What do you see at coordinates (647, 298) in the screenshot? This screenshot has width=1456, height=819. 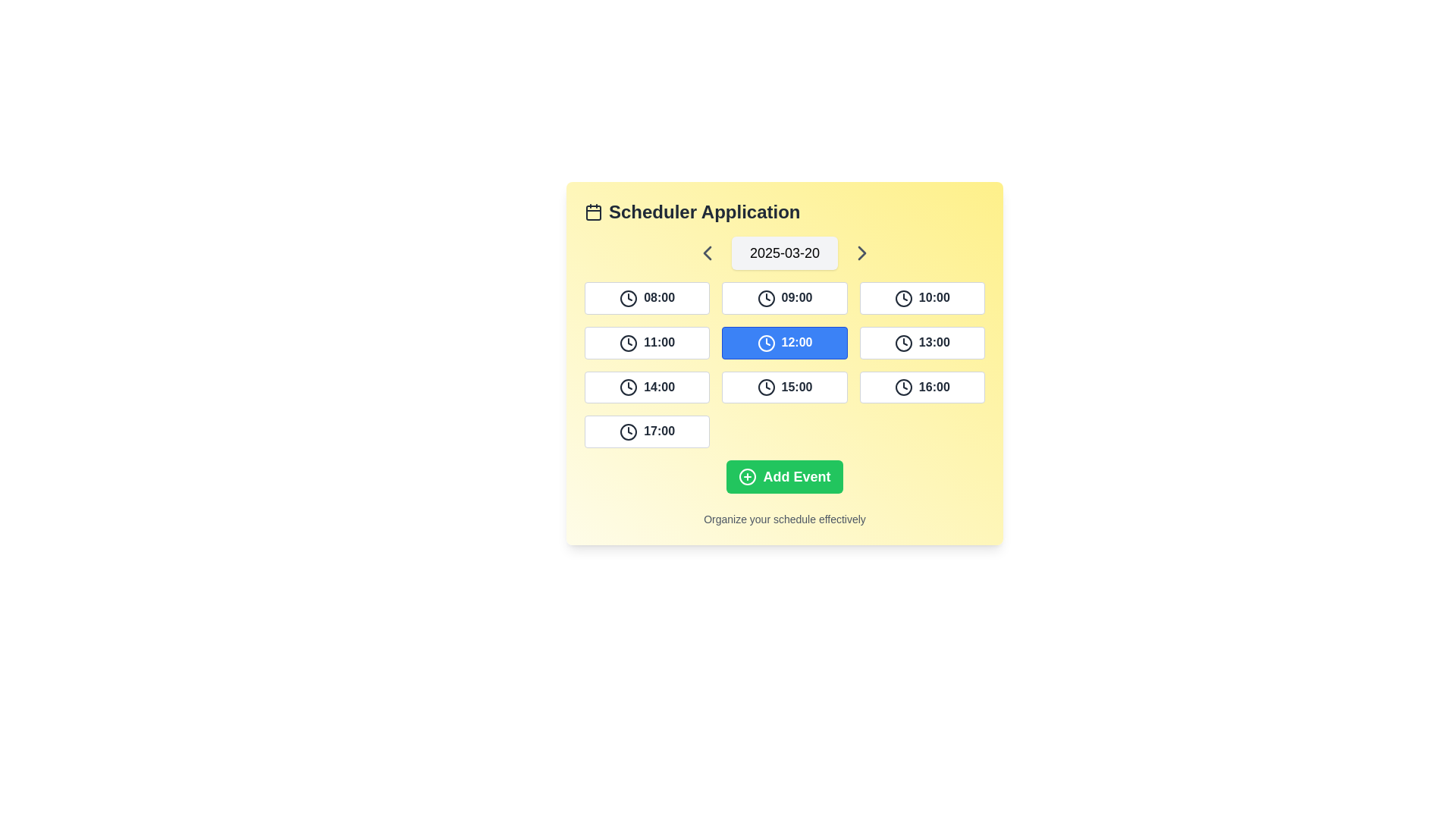 I see `the button labeled '08:00' in the Scheduler Application` at bounding box center [647, 298].